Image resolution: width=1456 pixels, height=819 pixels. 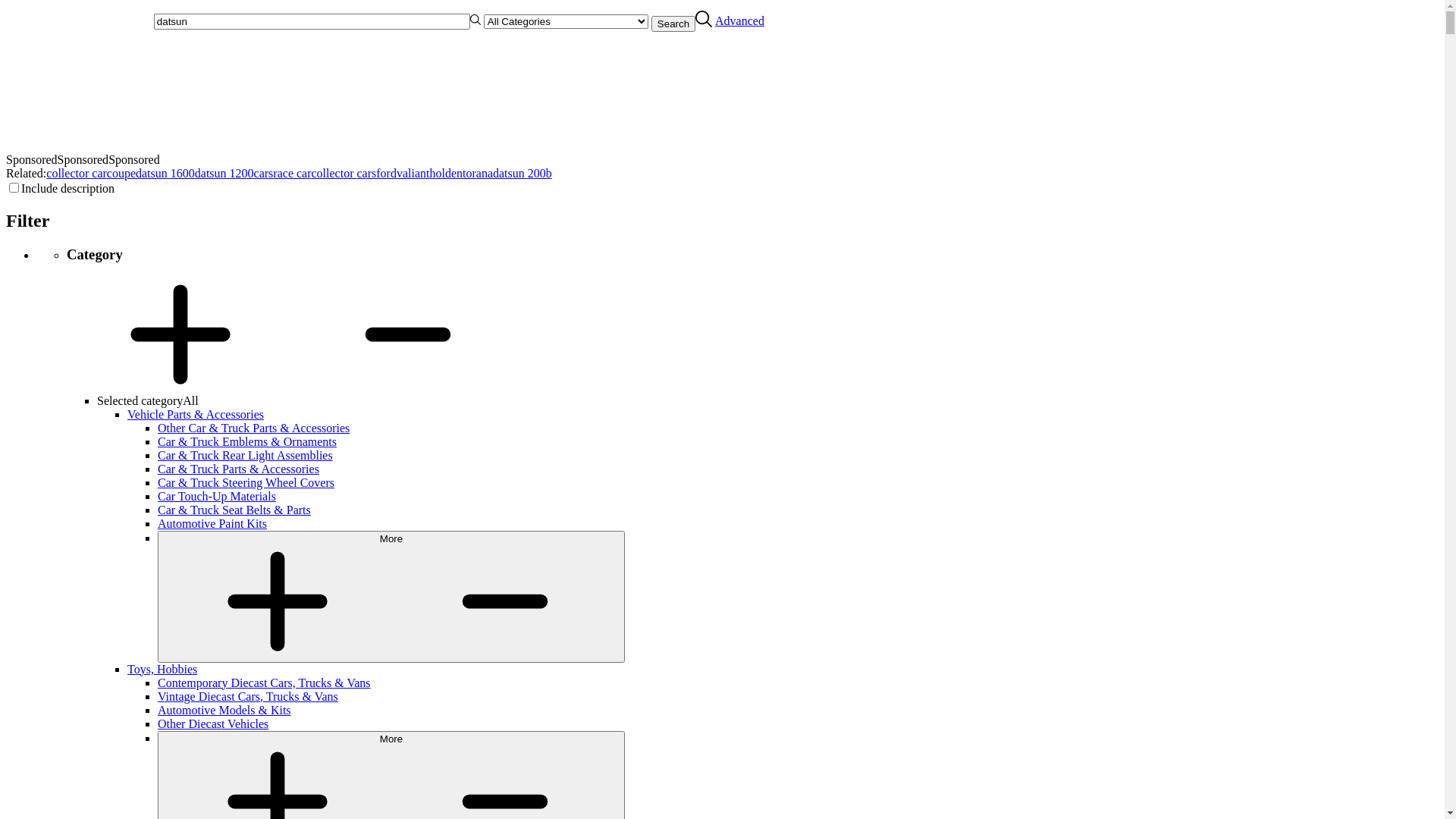 I want to click on 'holden', so click(x=445, y=172).